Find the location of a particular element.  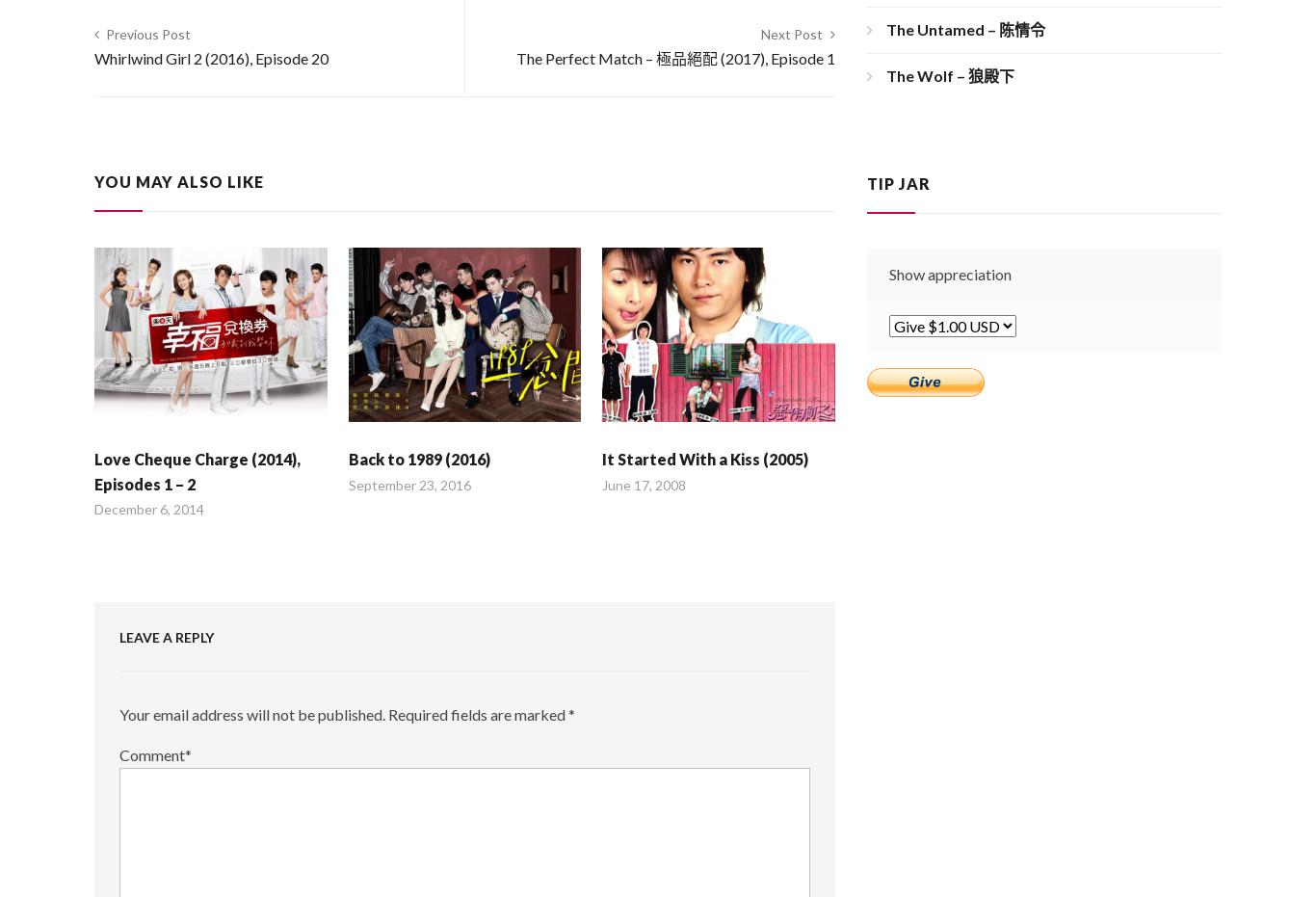

'Next Post' is located at coordinates (791, 33).